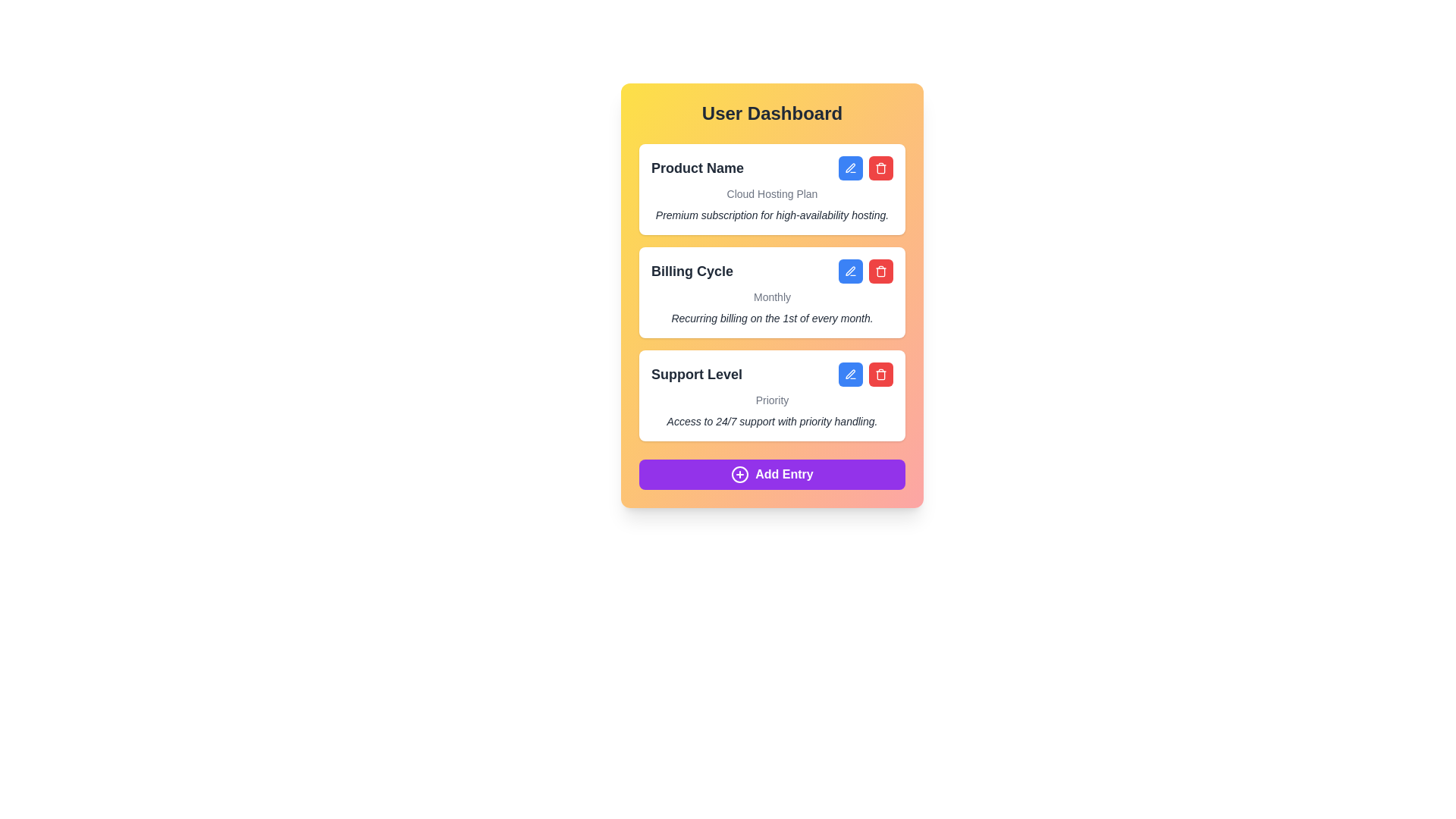 This screenshot has width=1456, height=819. Describe the element at coordinates (772, 400) in the screenshot. I see `the priority level label located in the Support Level card, which indicates the priority level for the support system` at that location.